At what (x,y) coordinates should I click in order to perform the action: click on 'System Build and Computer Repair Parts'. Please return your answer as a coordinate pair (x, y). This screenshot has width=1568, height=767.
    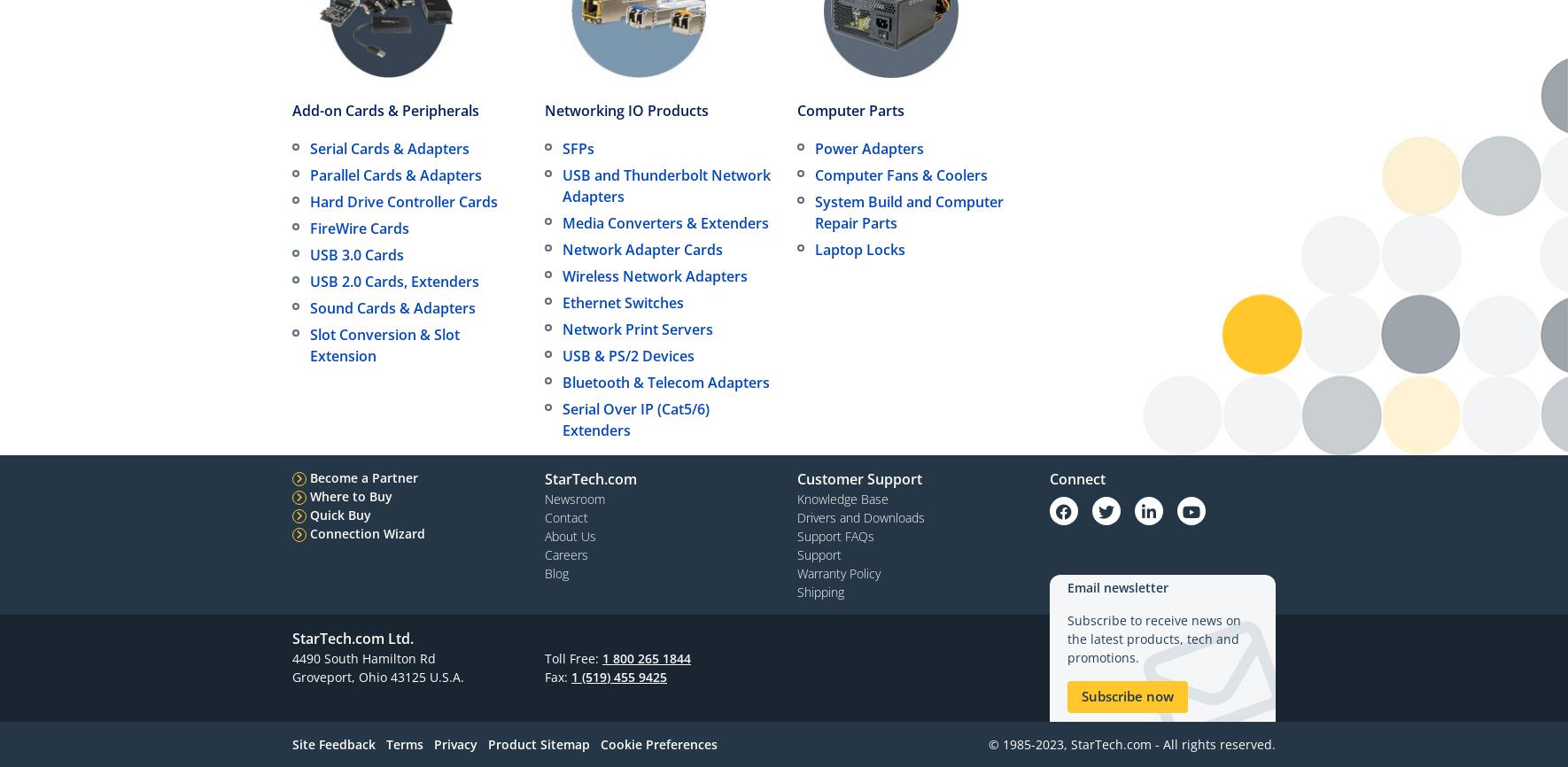
    Looking at the image, I should click on (908, 211).